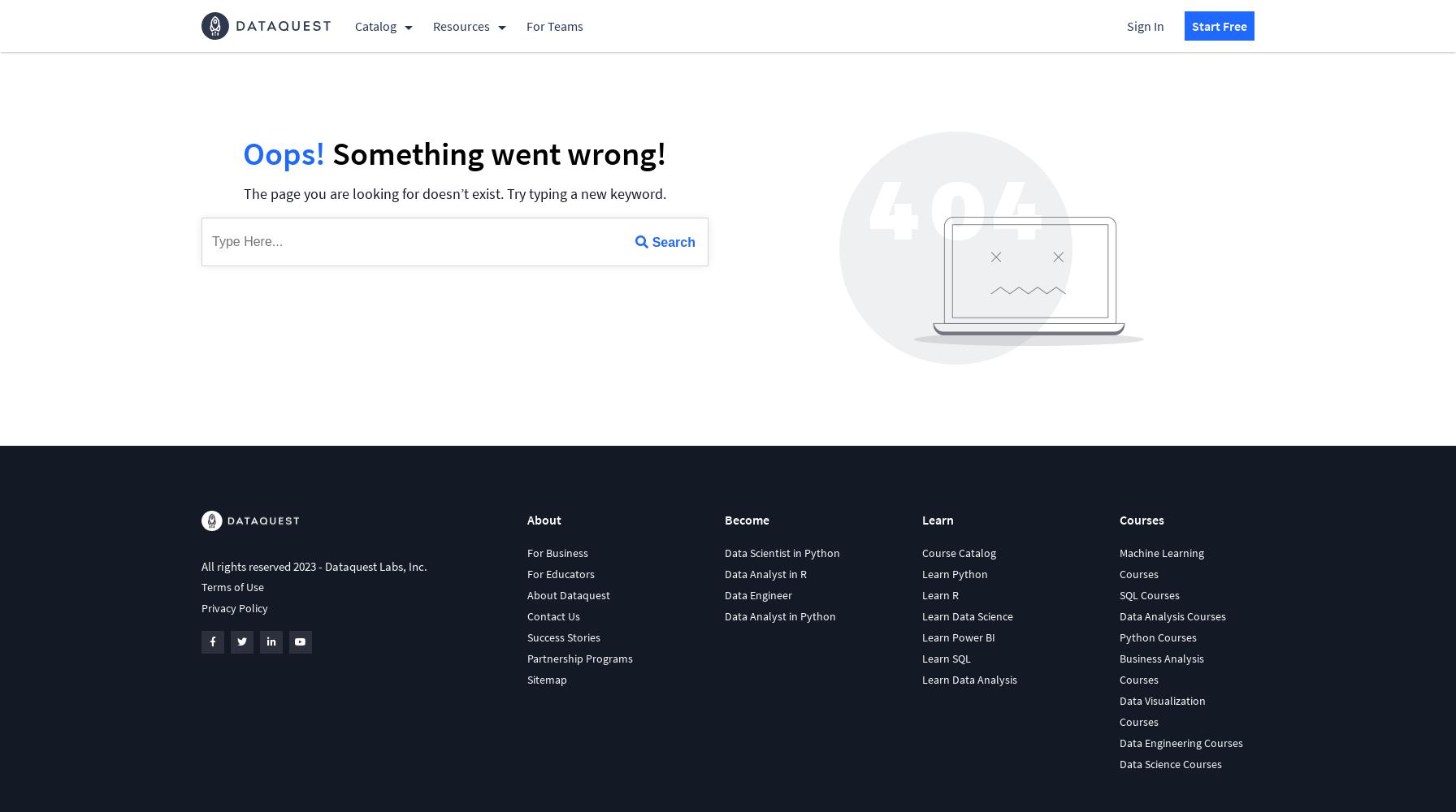  Describe the element at coordinates (957, 637) in the screenshot. I see `'Learn Power BI'` at that location.